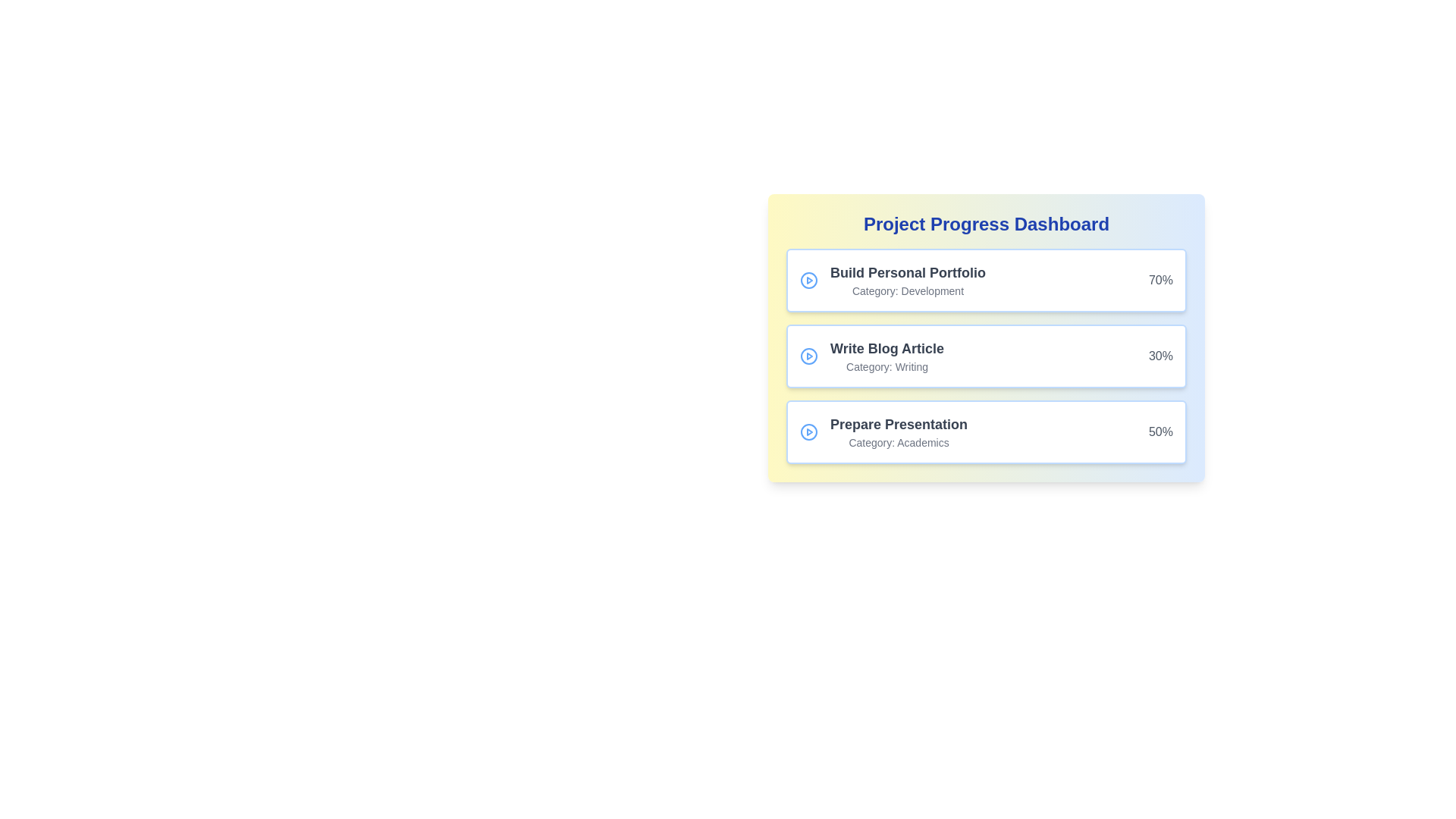 This screenshot has height=819, width=1456. Describe the element at coordinates (899, 424) in the screenshot. I see `the static text label indicating the title of the third task card in the dashboard` at that location.